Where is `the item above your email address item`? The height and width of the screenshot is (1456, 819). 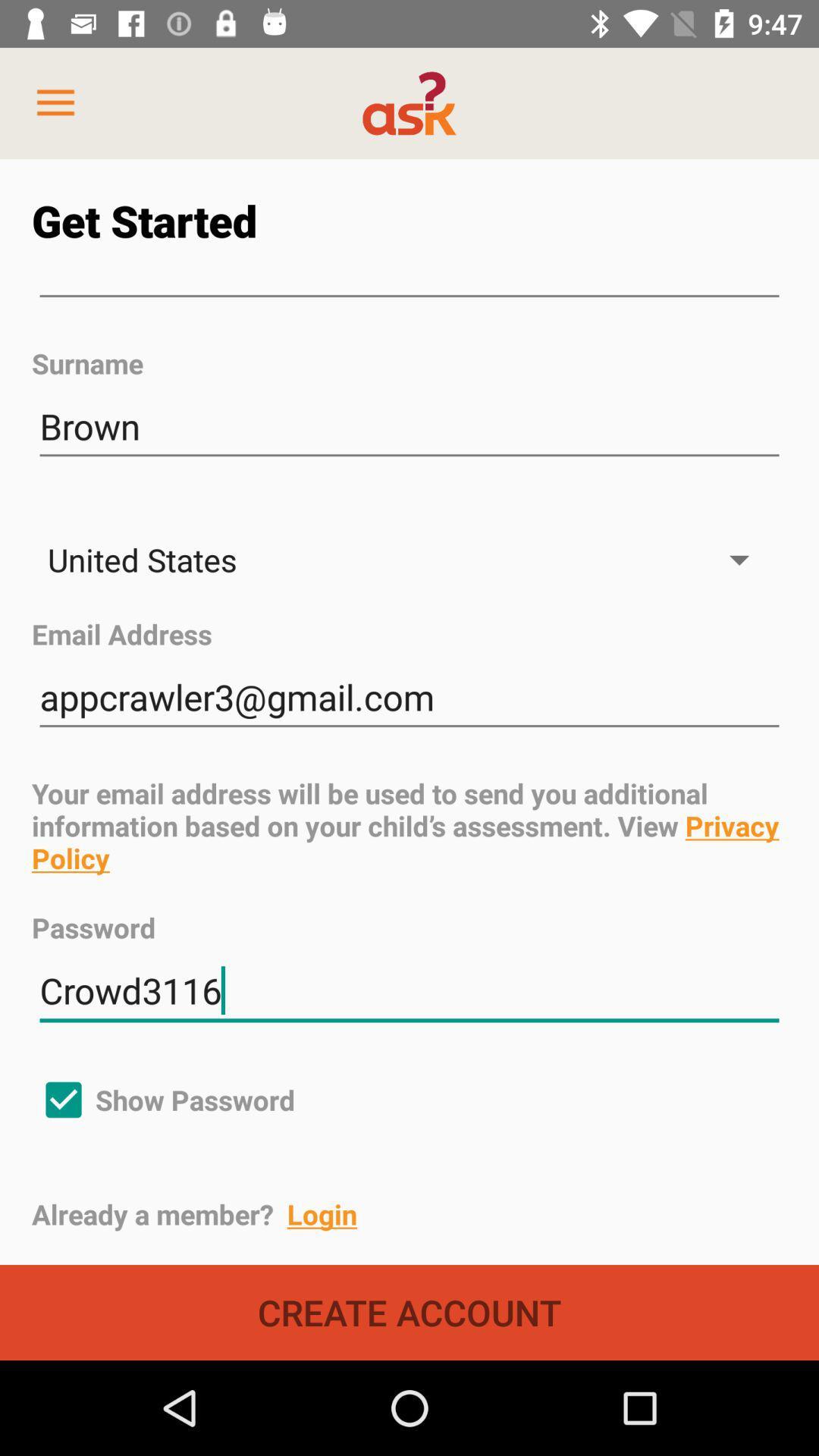
the item above your email address item is located at coordinates (409, 697).